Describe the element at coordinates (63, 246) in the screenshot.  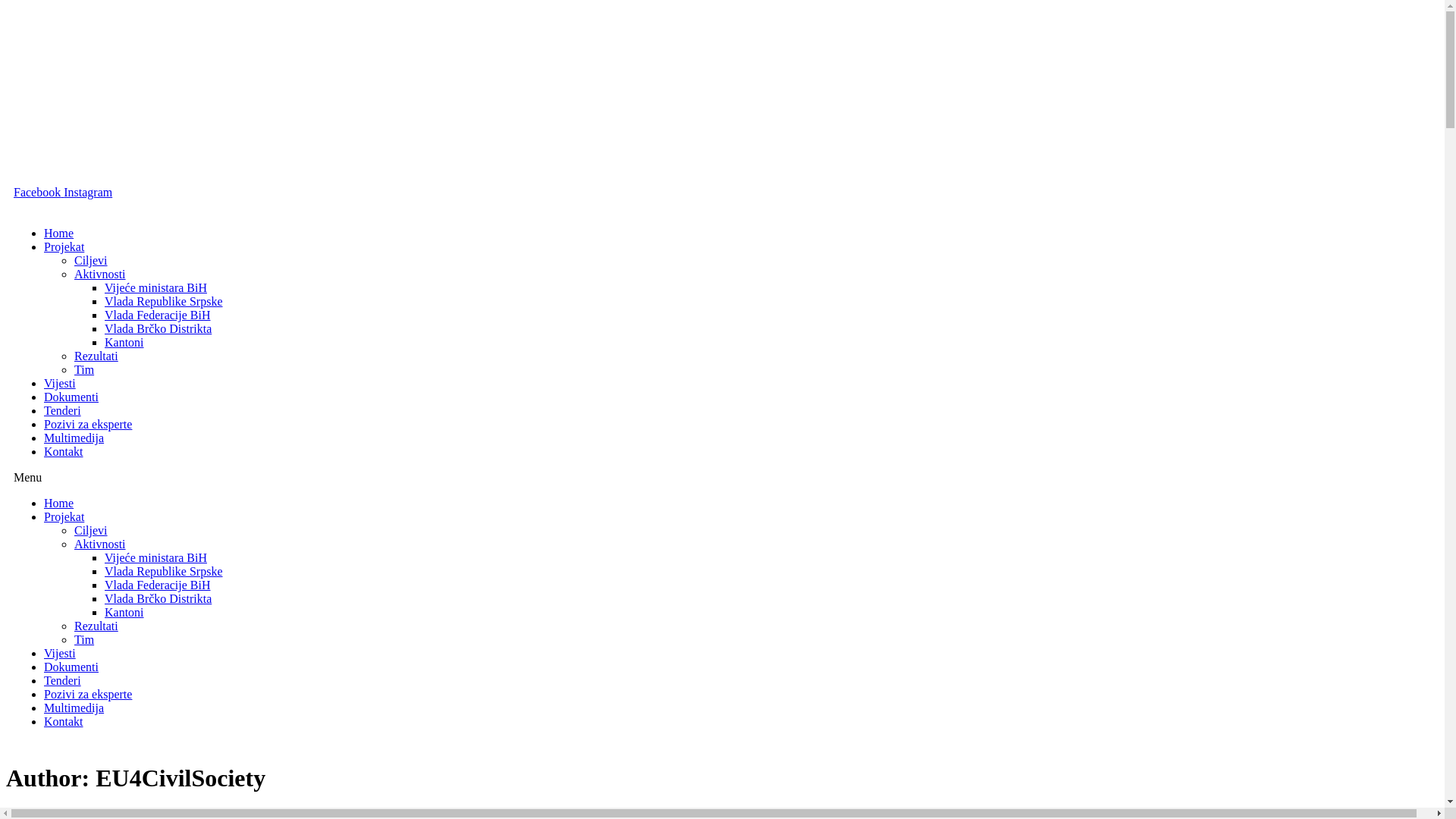
I see `'Projekat'` at that location.